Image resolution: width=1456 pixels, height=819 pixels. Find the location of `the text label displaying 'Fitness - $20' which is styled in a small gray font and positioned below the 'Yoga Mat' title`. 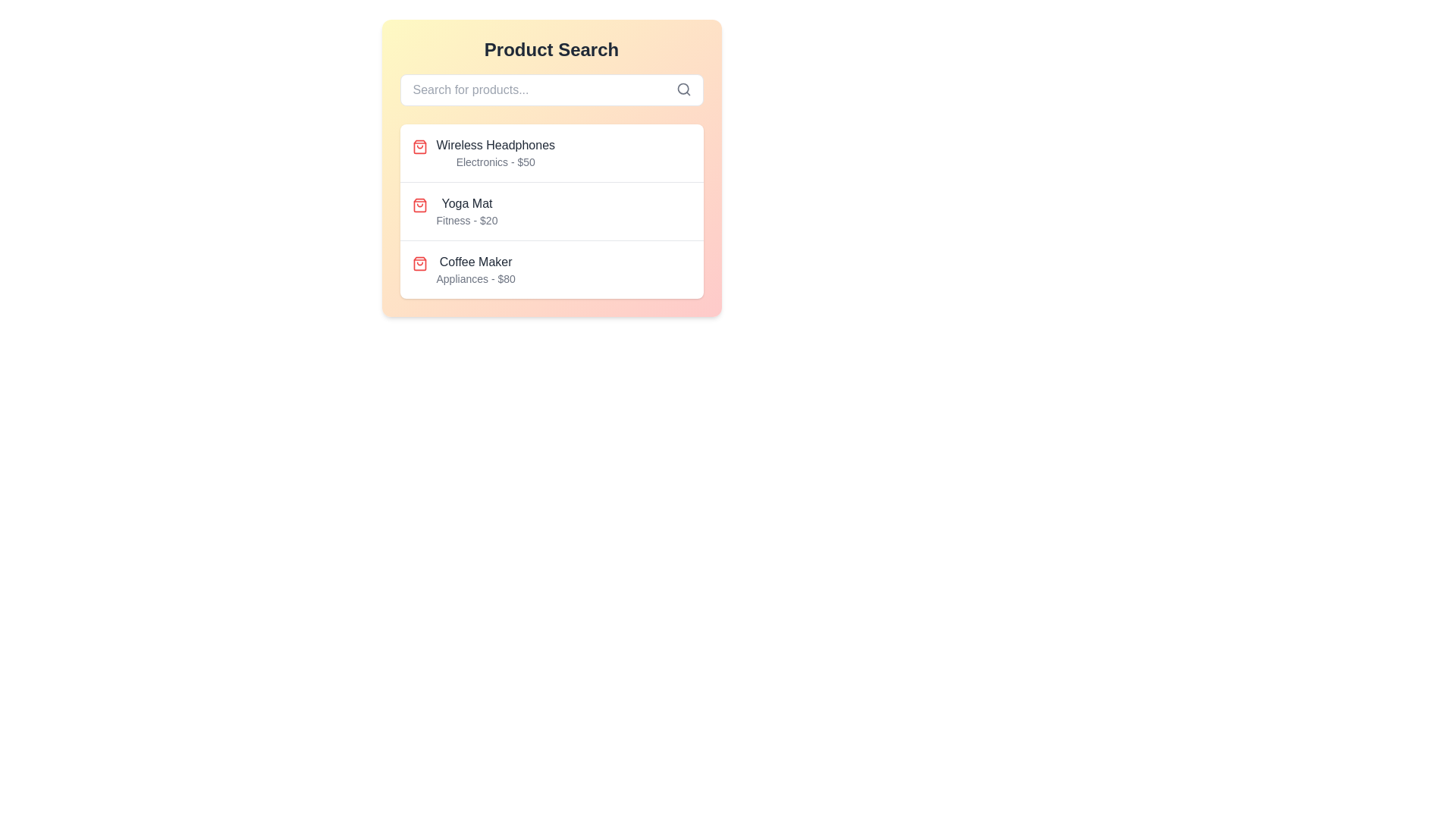

the text label displaying 'Fitness - $20' which is styled in a small gray font and positioned below the 'Yoga Mat' title is located at coordinates (466, 220).